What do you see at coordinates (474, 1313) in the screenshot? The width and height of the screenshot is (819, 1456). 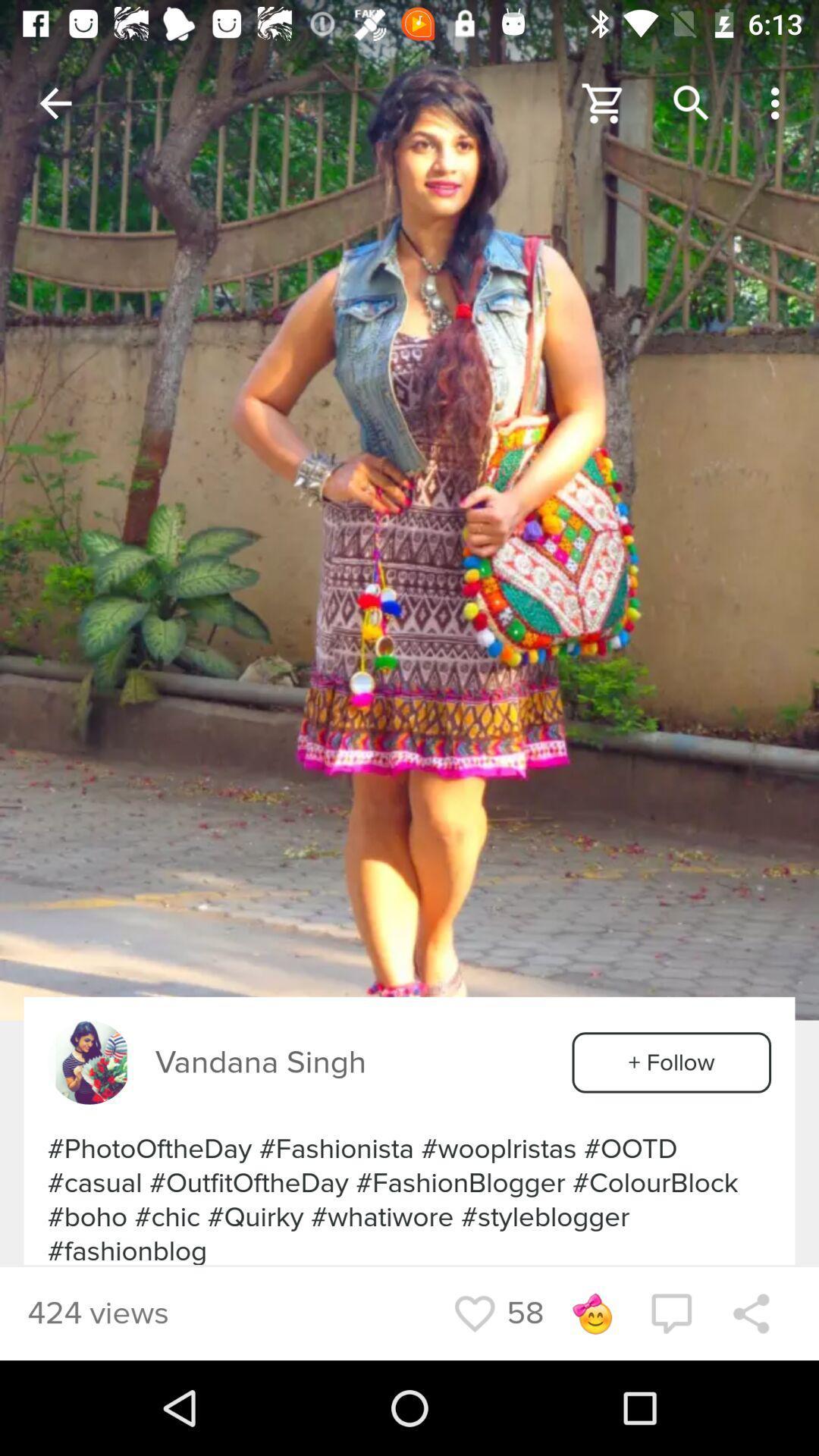 I see `the favorite icon` at bounding box center [474, 1313].